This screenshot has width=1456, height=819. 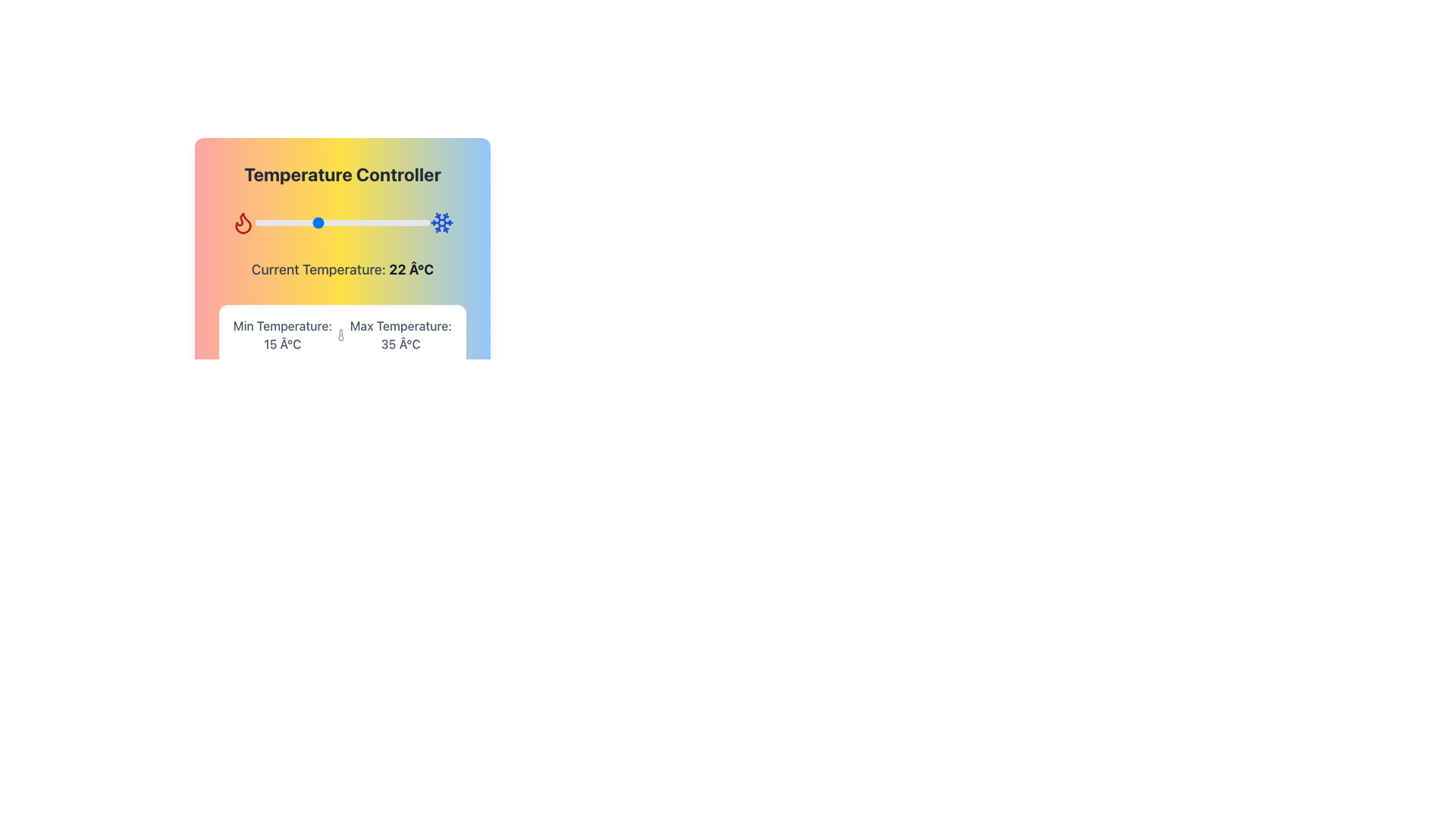 I want to click on the static text label displaying 'Temperature Controller' which is prominently placed at the top of a colorful gradient background interface, so click(x=341, y=174).